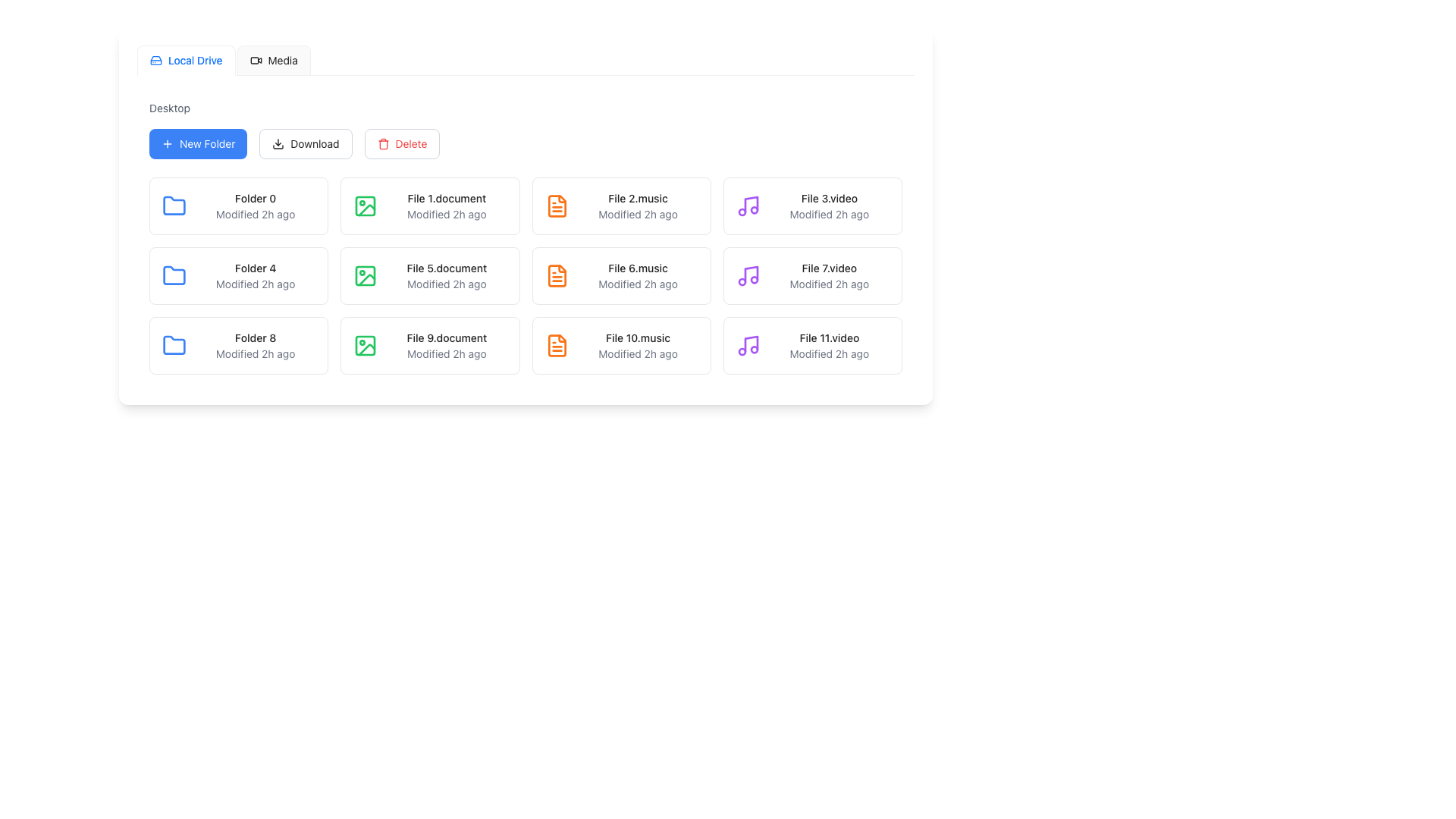 This screenshot has width=1456, height=819. Describe the element at coordinates (748, 275) in the screenshot. I see `the vibrant purple musical note icon that represents the 'File 7.video' entry located in the second row, third column of the file grid` at that location.